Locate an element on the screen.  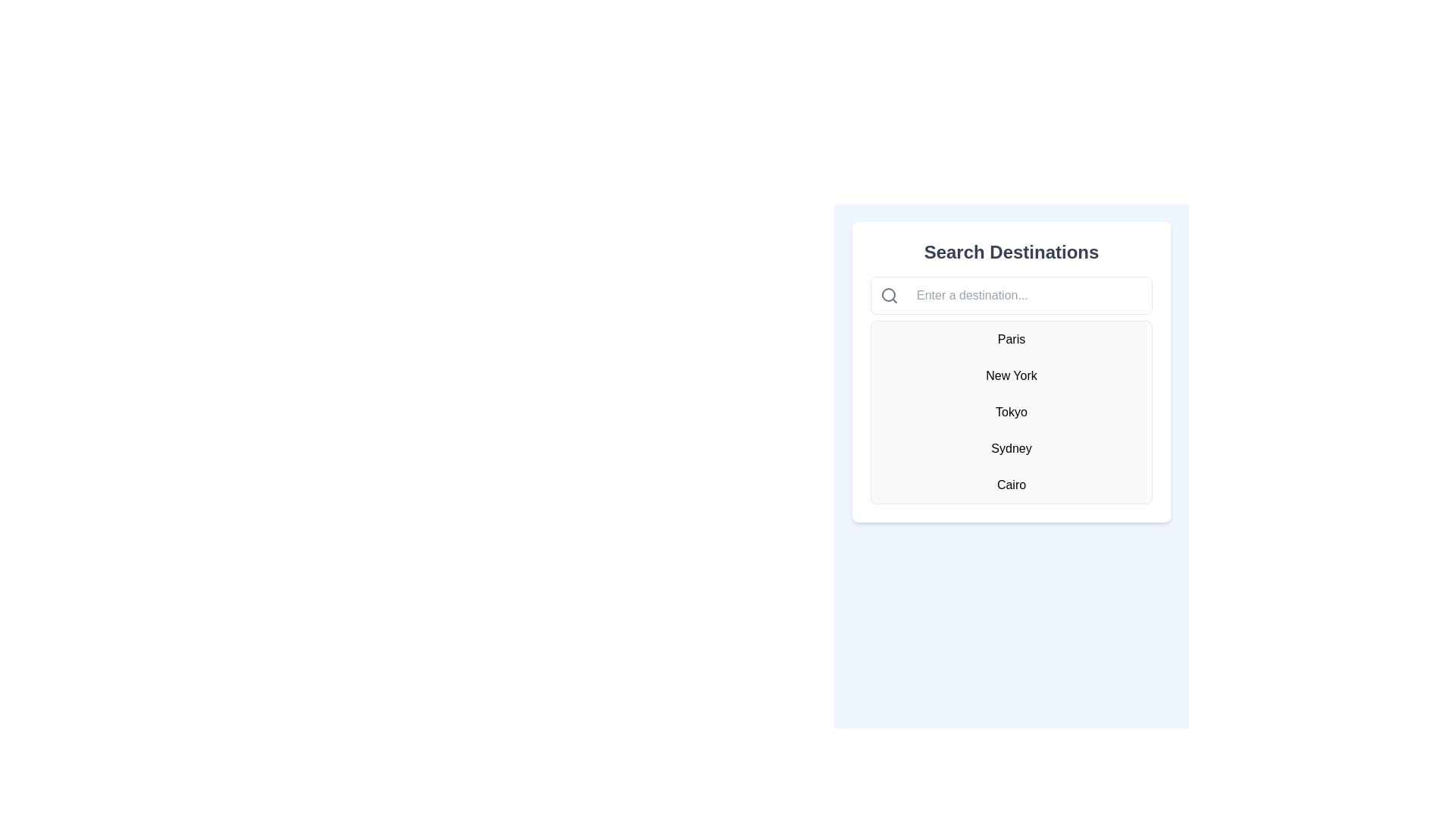
the text input field for searching destinations, which features a placeholder 'Enter a destination...' and a search icon on the left is located at coordinates (1012, 295).